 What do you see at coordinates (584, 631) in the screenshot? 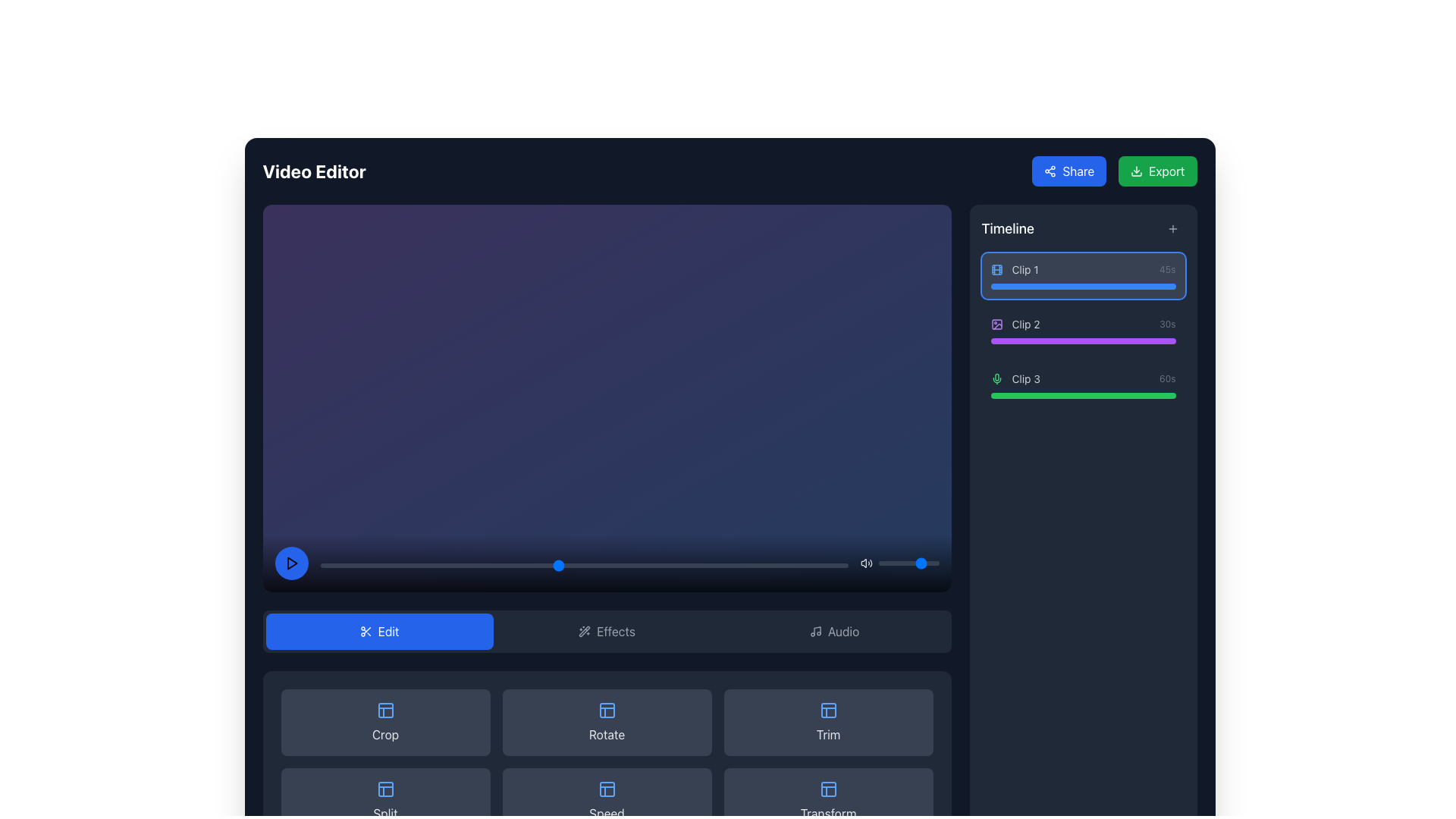
I see `the decorative 'magic wand' icon located in the top right corner of the interface, between 'Effects' and 'Audio'` at bounding box center [584, 631].